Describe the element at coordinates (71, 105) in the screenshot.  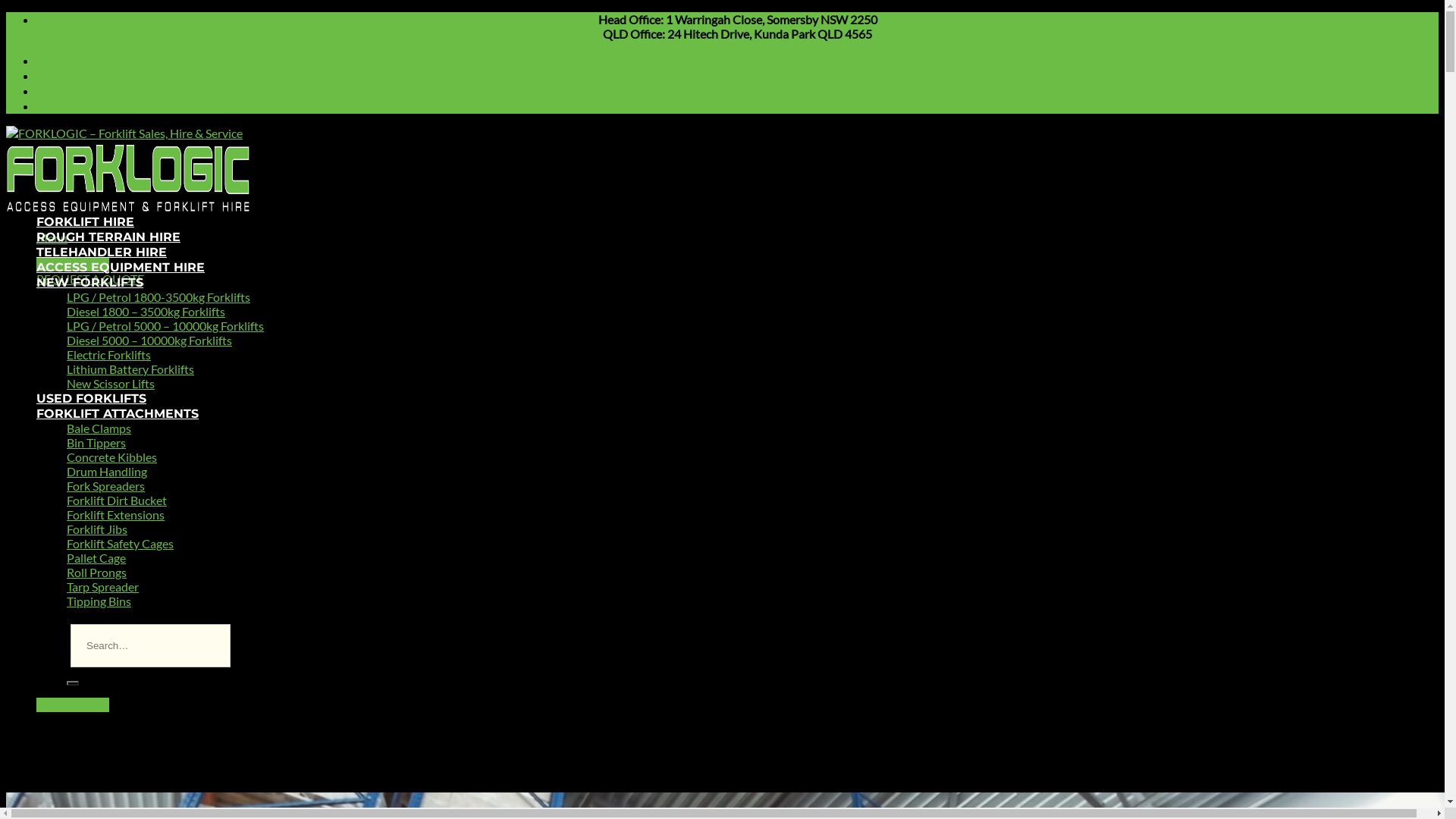
I see `'Contact Us'` at that location.